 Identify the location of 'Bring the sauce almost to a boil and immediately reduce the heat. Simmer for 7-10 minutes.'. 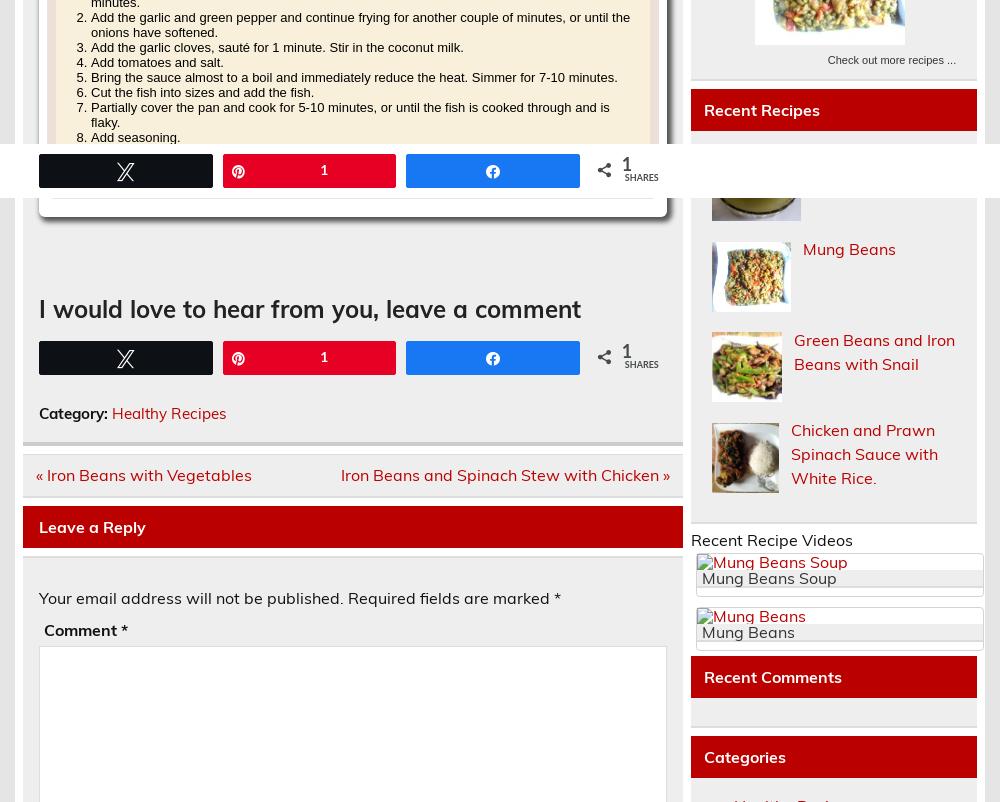
(353, 75).